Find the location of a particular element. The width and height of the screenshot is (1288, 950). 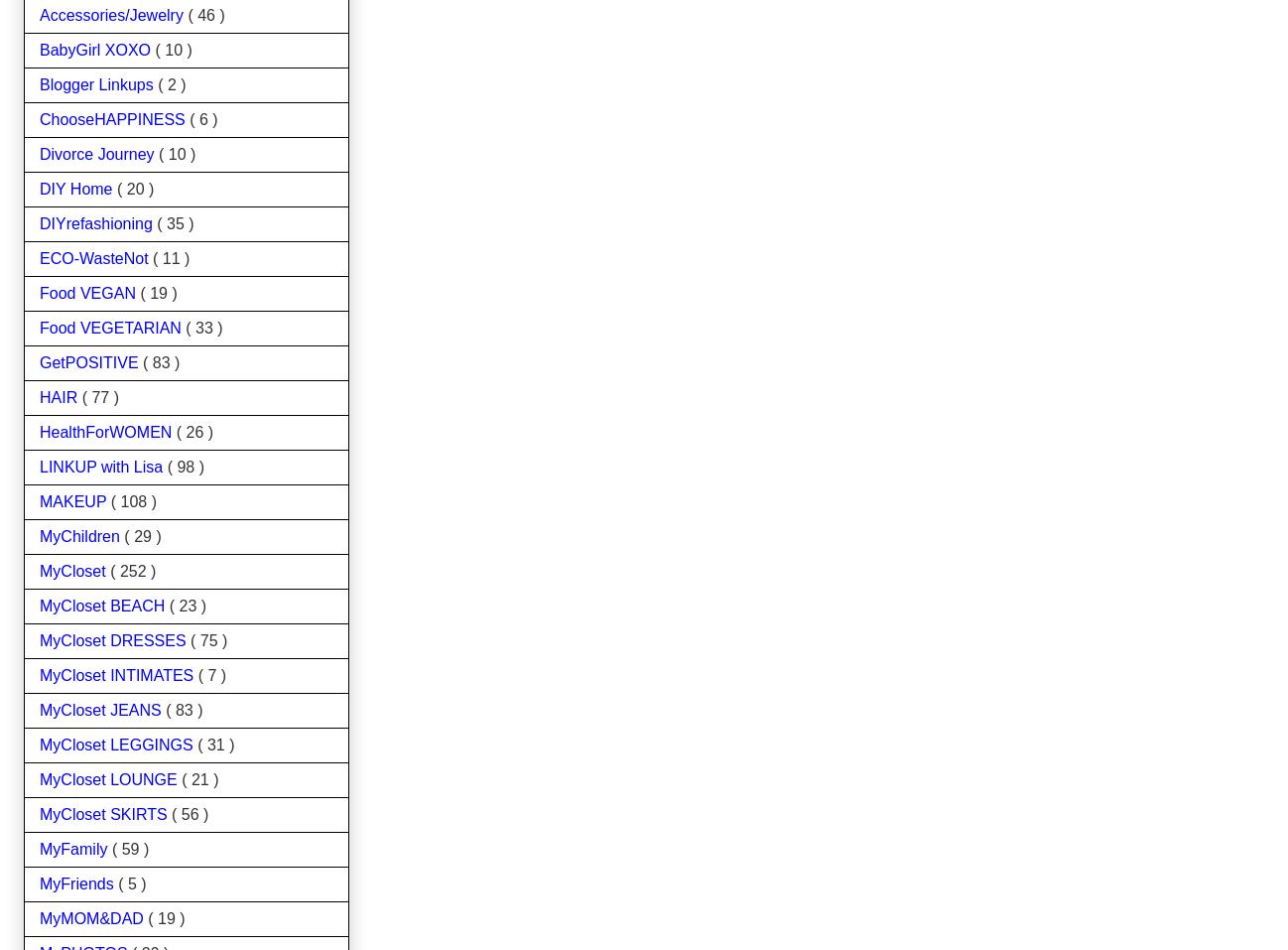

'(
                      20
                      )' is located at coordinates (134, 188).